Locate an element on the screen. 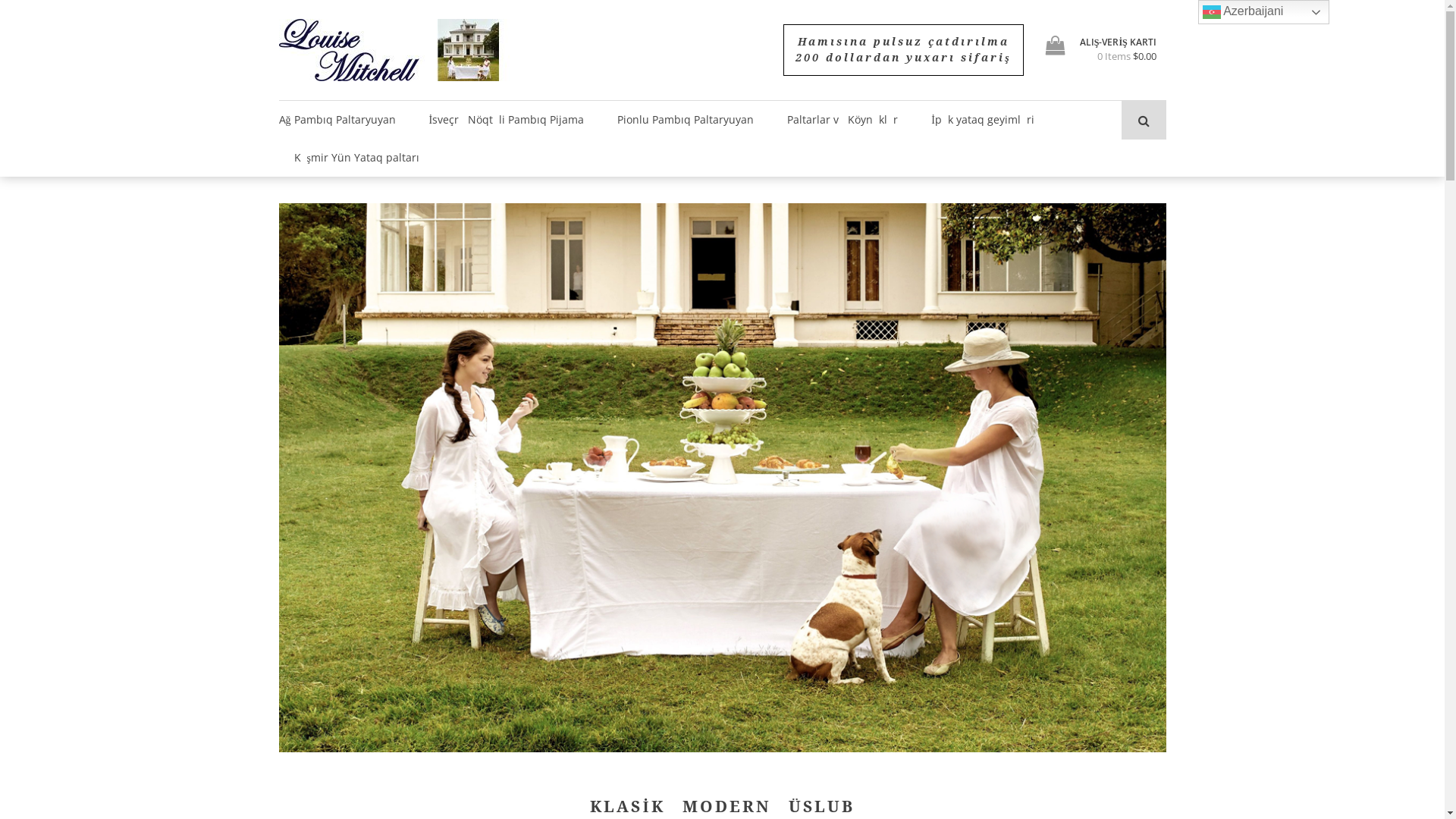 The width and height of the screenshot is (1456, 819). 'Azerbaijani' is located at coordinates (1263, 11).